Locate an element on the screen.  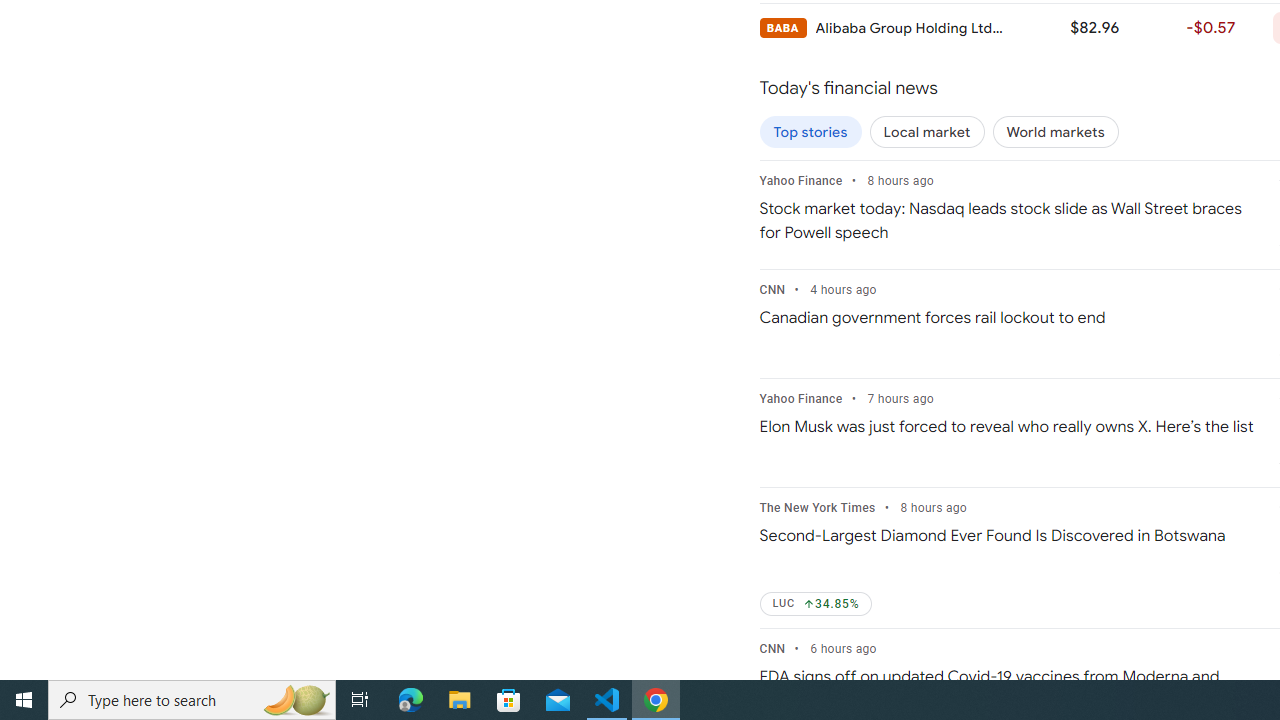
'Local market' is located at coordinates (926, 132).